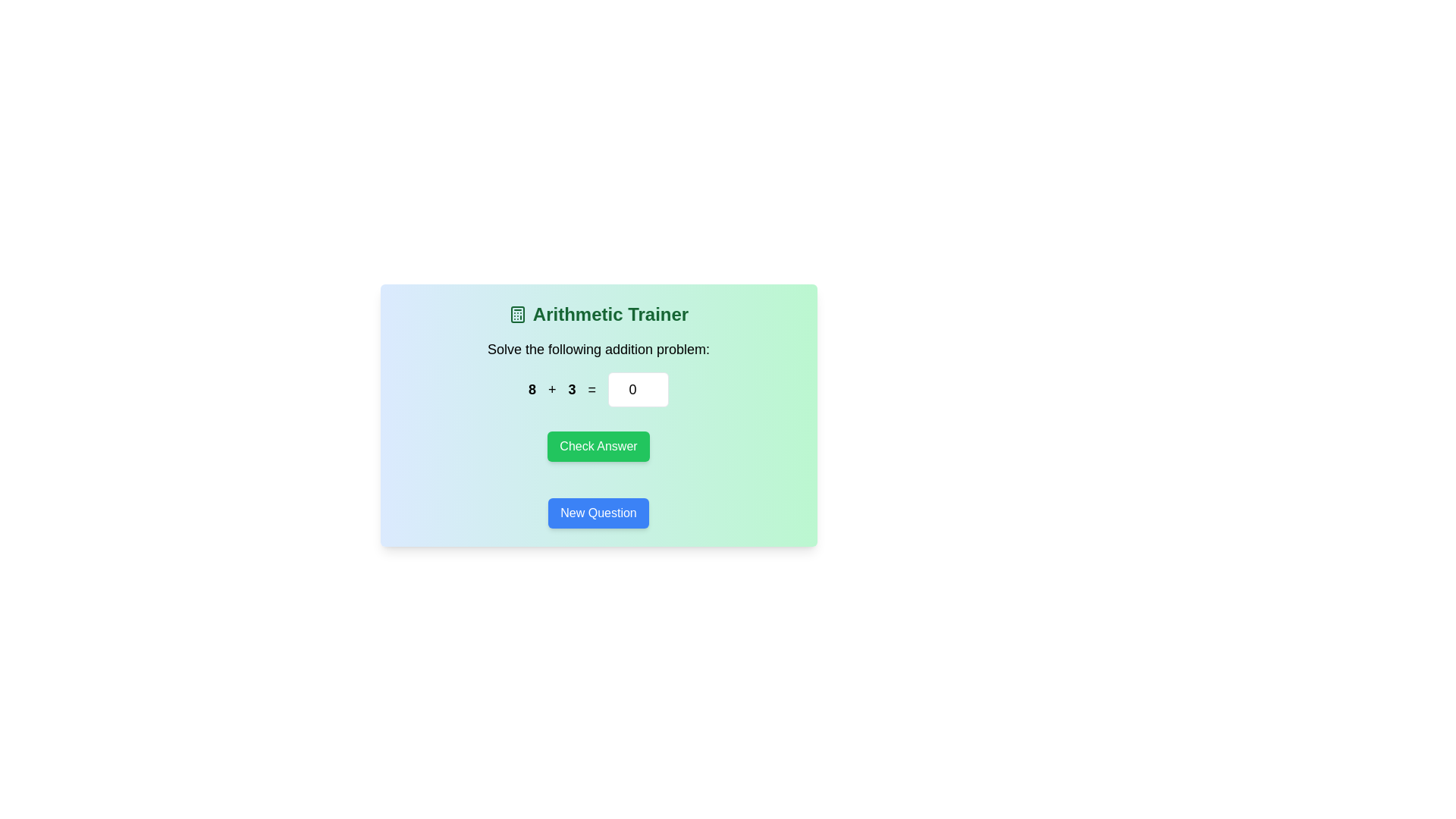  What do you see at coordinates (551, 388) in the screenshot?
I see `the static text label that represents the addition operation in the arithmetic expression '8 + 3 = 0', located centrally between '8' and '3'` at bounding box center [551, 388].